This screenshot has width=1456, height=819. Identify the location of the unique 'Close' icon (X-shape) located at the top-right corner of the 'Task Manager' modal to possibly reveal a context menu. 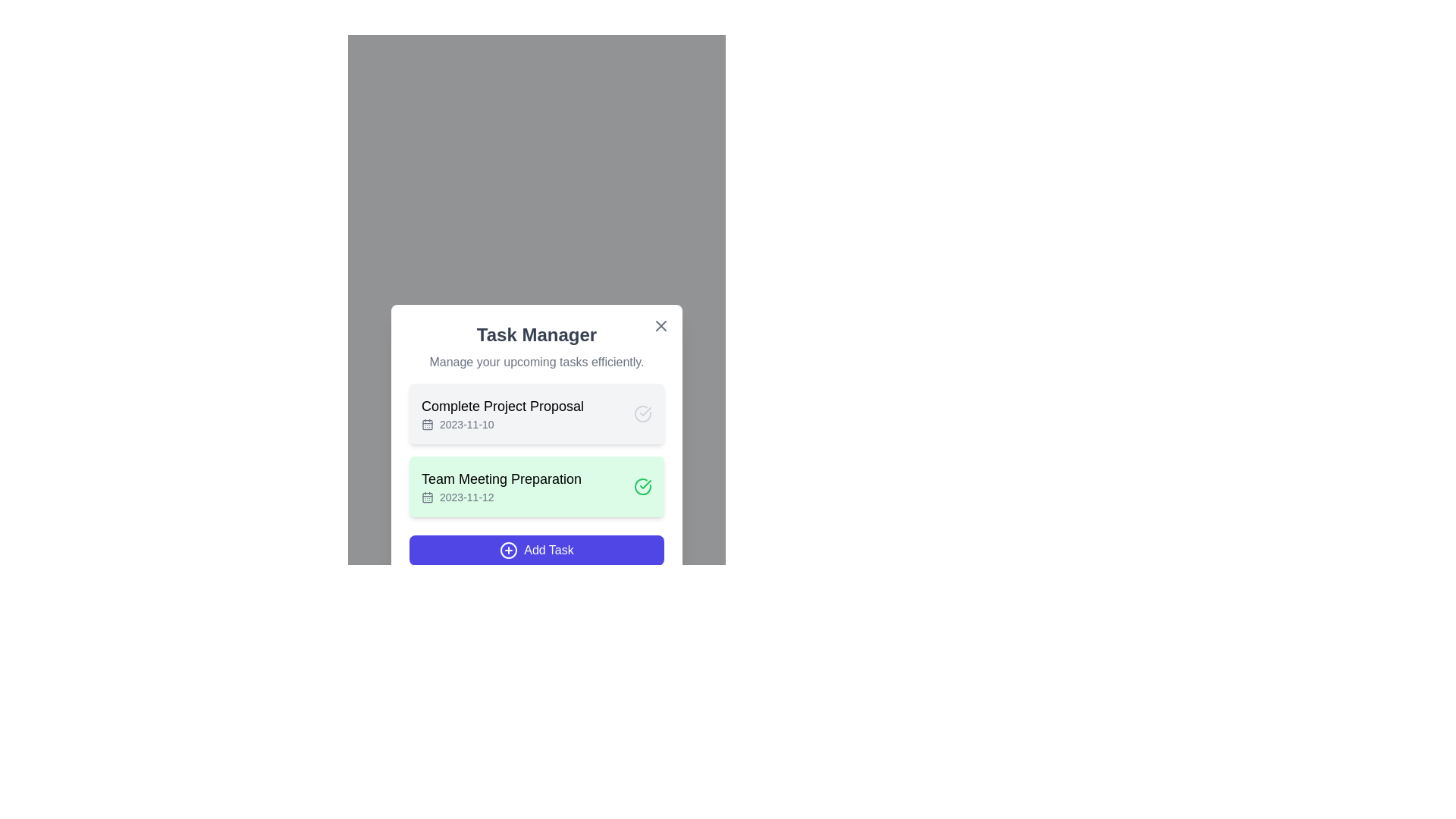
(661, 325).